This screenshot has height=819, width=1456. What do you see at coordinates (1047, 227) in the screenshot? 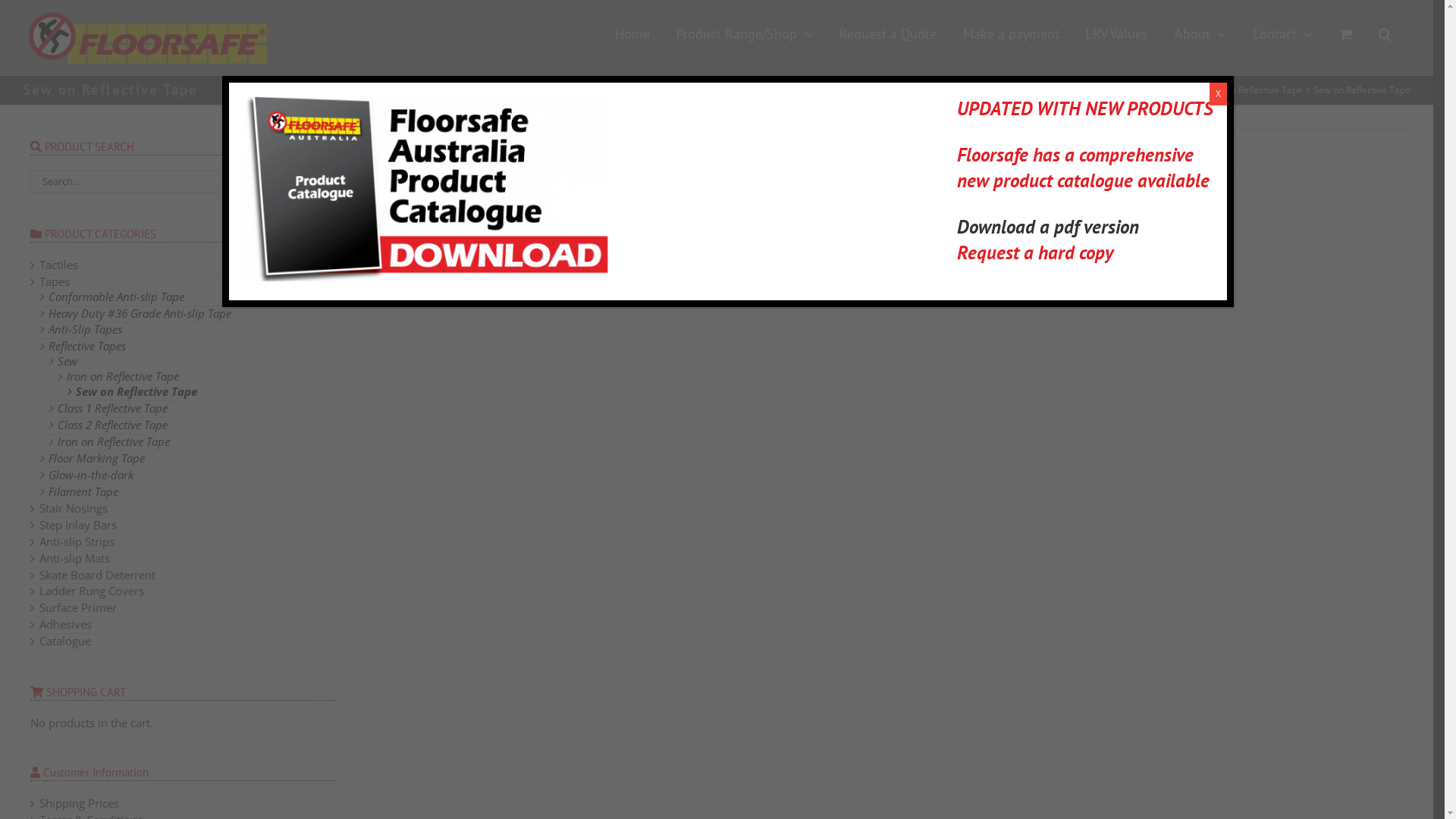
I see `'Download a pdf version'` at bounding box center [1047, 227].